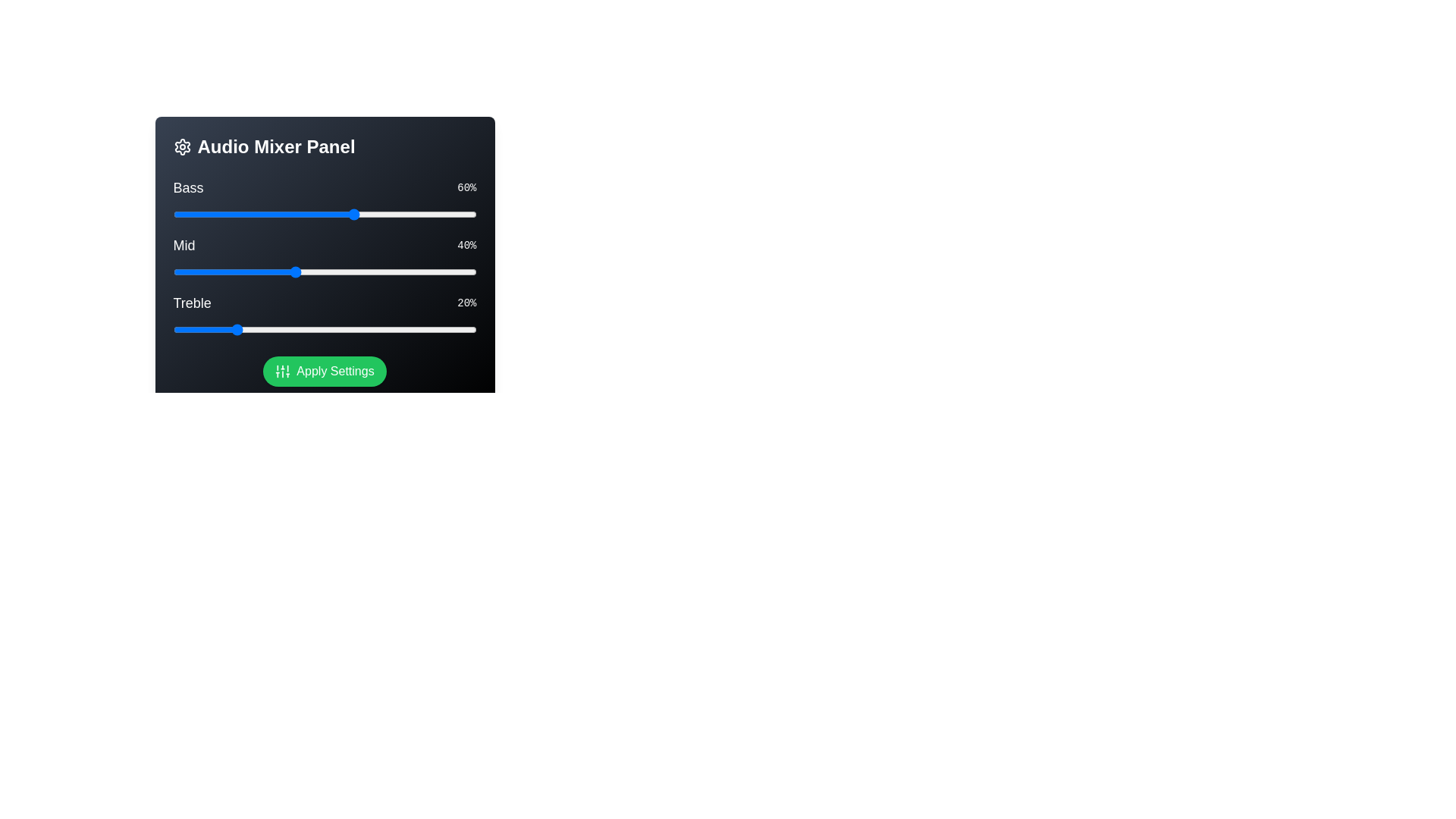  What do you see at coordinates (258, 271) in the screenshot?
I see `the 'Mid' slider to 28%` at bounding box center [258, 271].